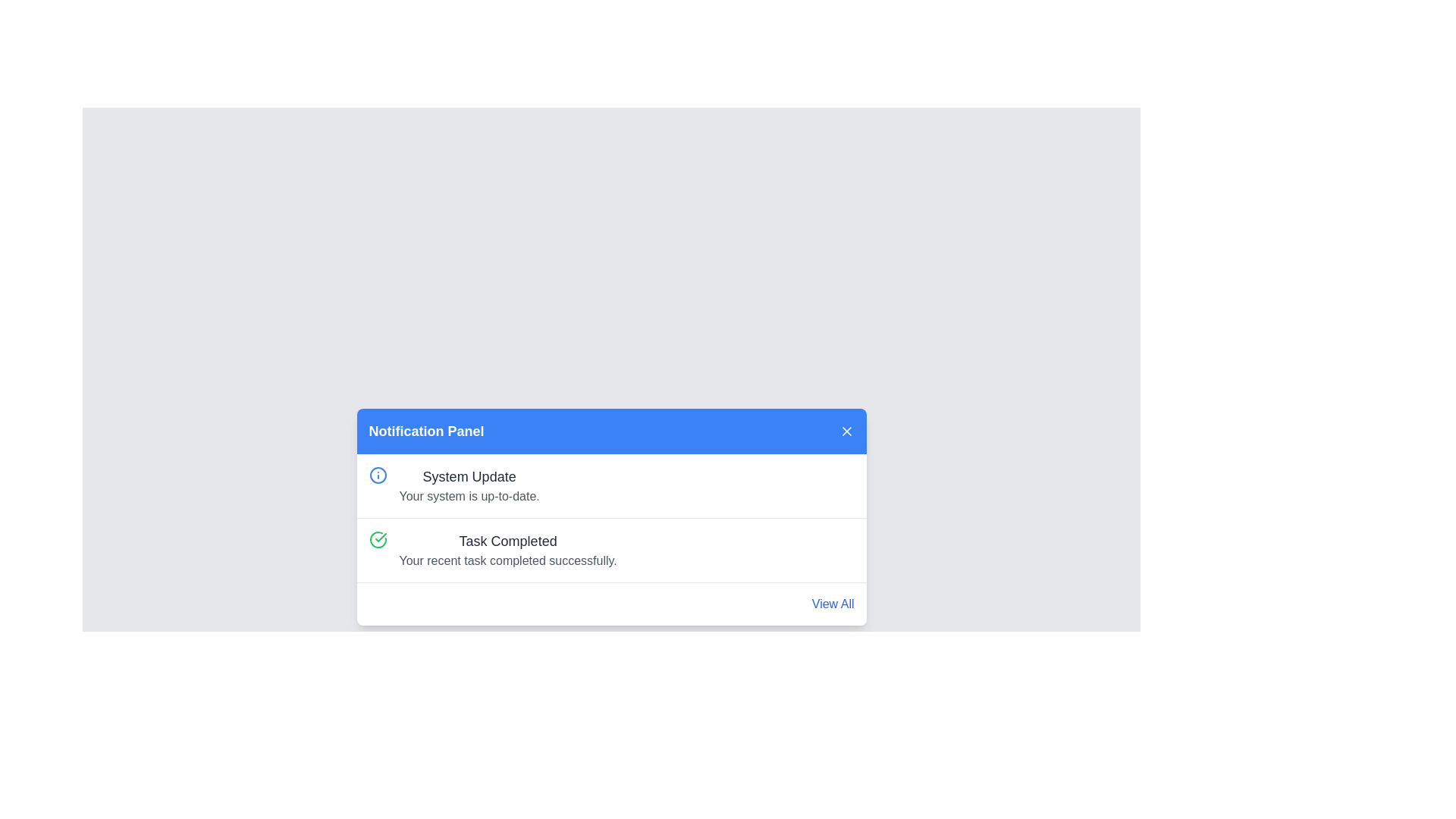 This screenshot has width=1456, height=819. Describe the element at coordinates (381, 537) in the screenshot. I see `the green checkmark icon located beside the 'Task Completed' text in the notification panel` at that location.